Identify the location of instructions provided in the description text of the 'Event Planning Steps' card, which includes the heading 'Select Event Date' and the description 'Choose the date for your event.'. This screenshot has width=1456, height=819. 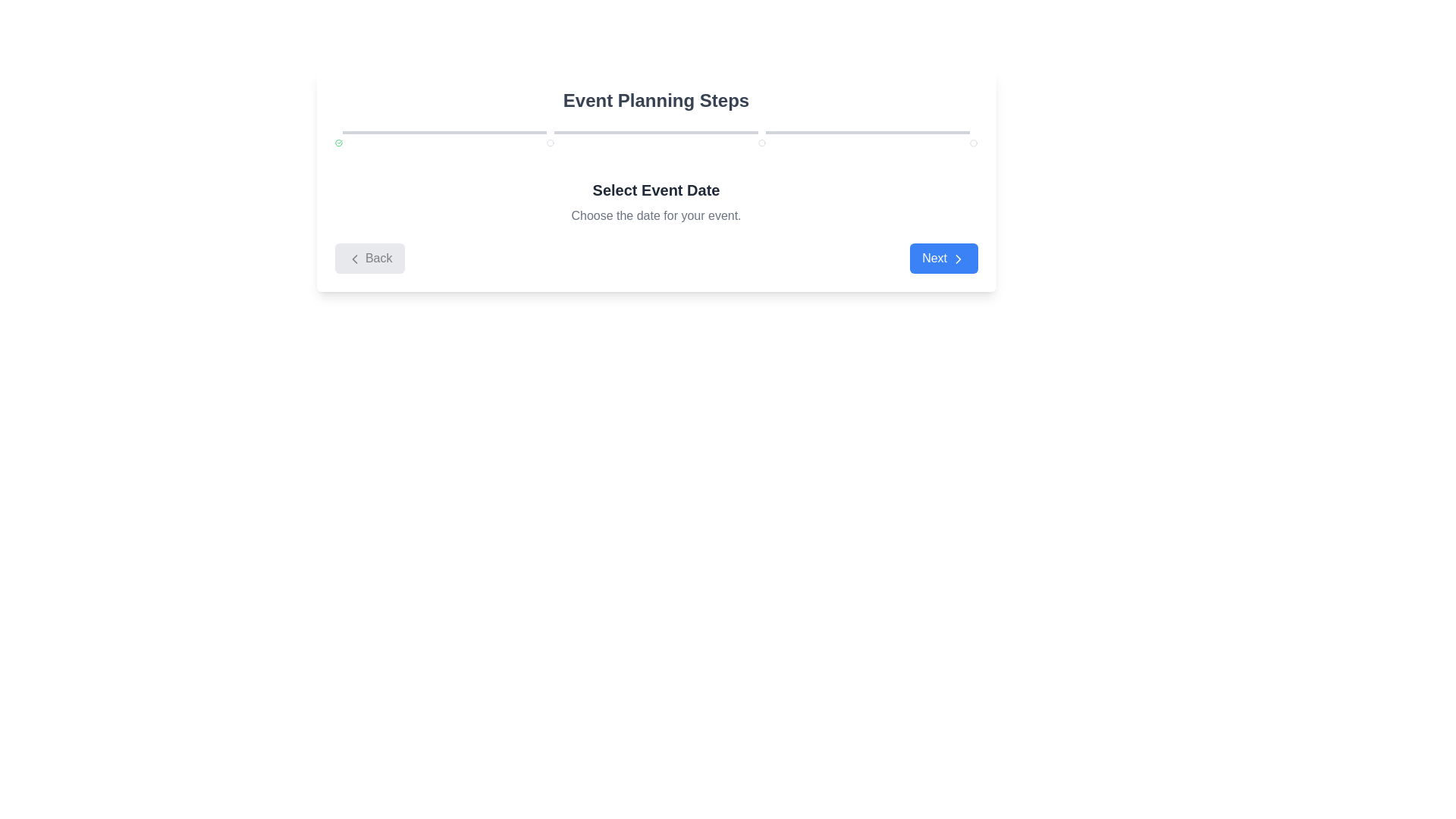
(656, 180).